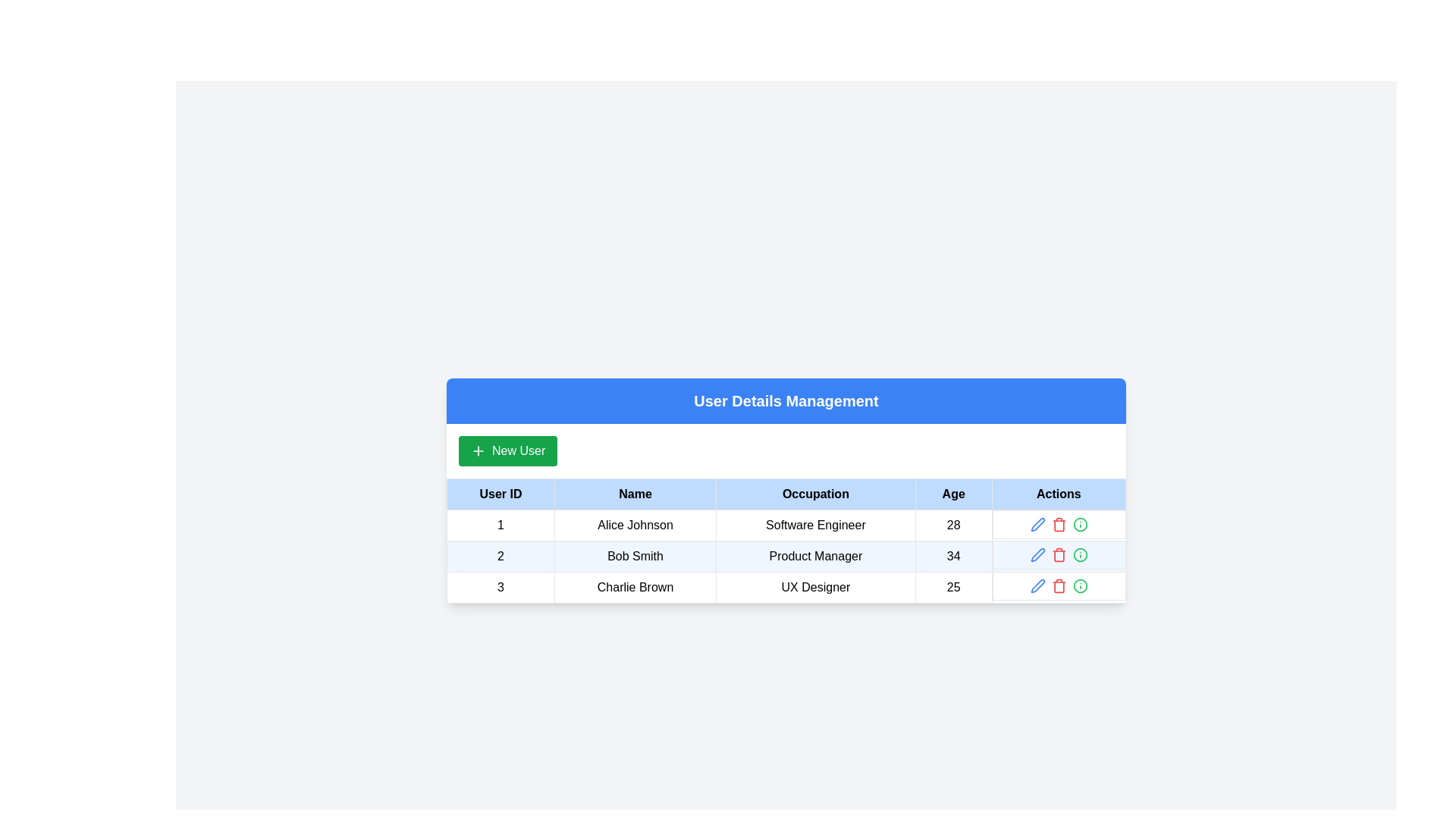 The image size is (1456, 819). I want to click on the text content of the 'Software Engineer' label located in the 'Occupation' column of the table for user 'Alice Johnson', so click(814, 524).